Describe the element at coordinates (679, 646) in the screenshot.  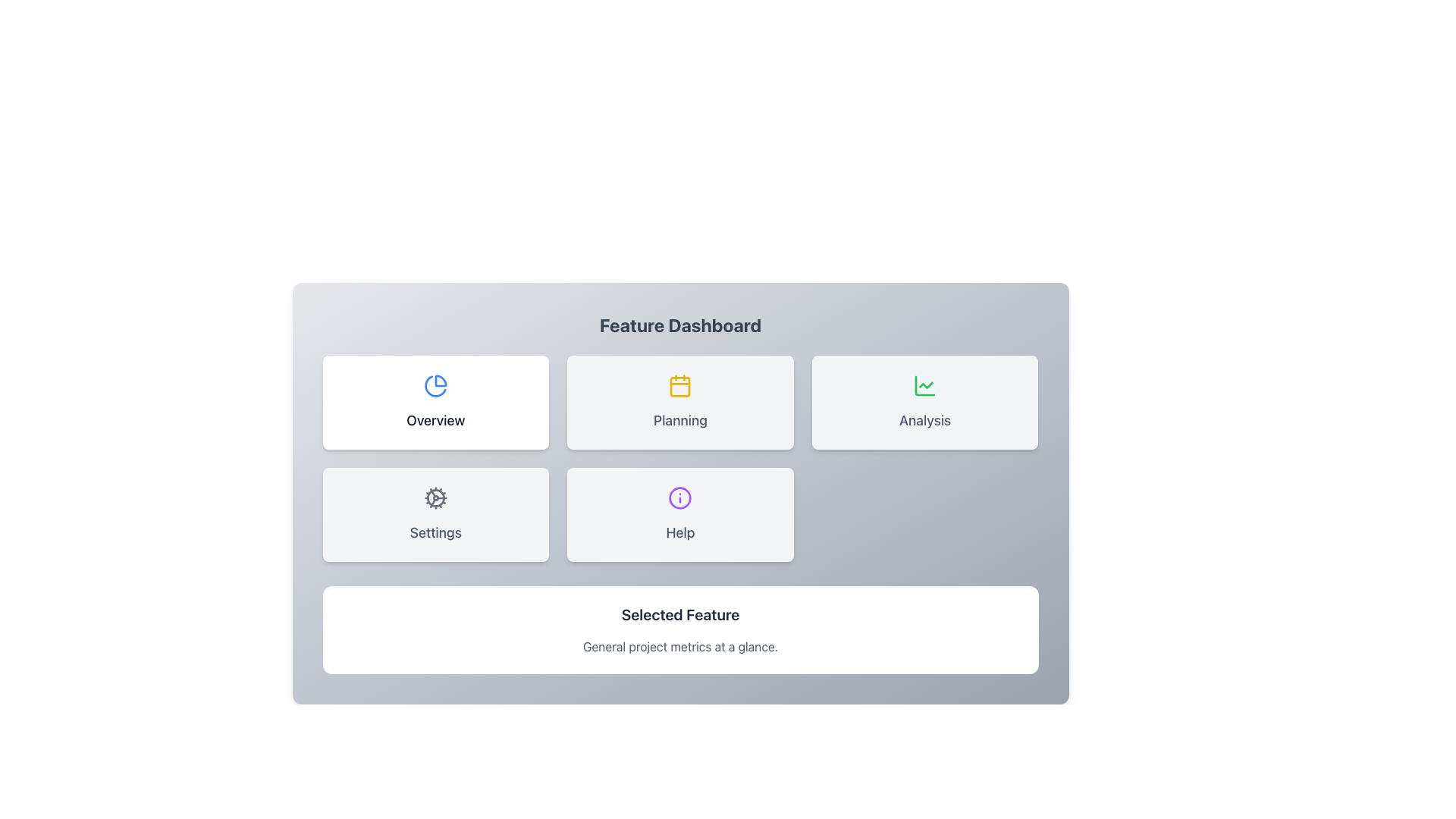
I see `the Text Label that provides a concise description about the 'Selected Feature', located within a white, rounded rectangle at the bottom section of the dashboard, below the text 'Selected Feature'` at that location.